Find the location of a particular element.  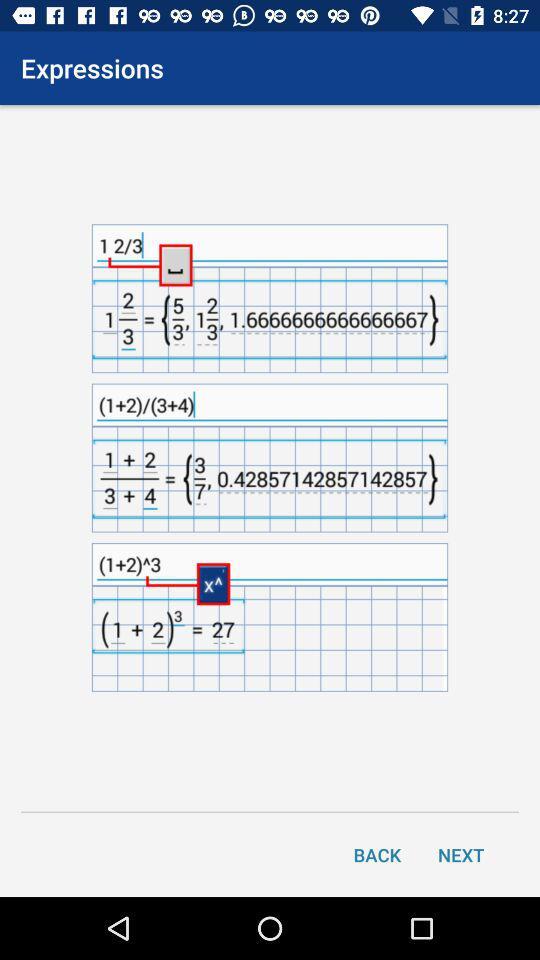

next item is located at coordinates (461, 853).